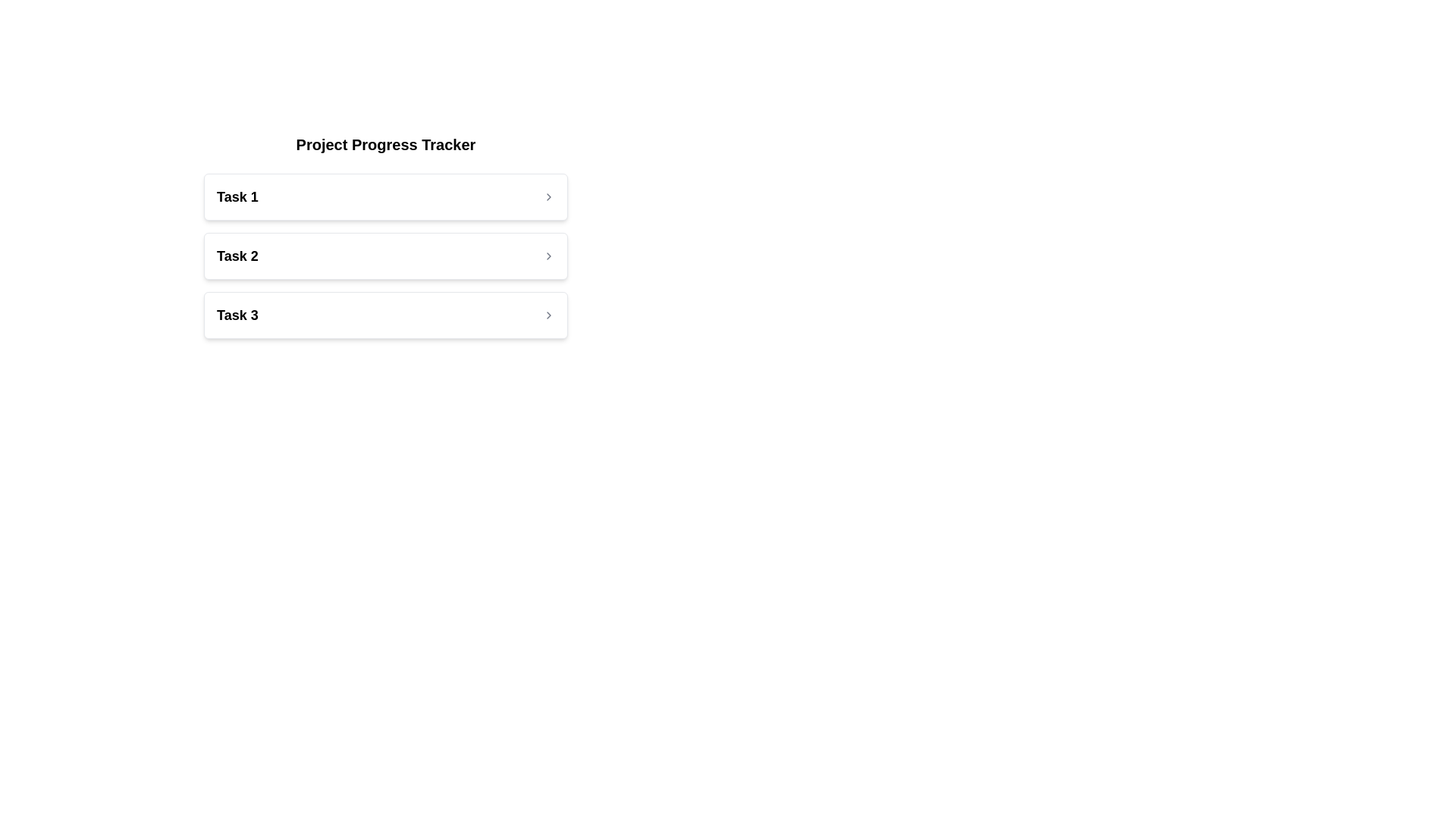 The image size is (1456, 819). Describe the element at coordinates (237, 315) in the screenshot. I see `text displayed in the Label/Title that shows 'Task 3', which is styled in bold and medium-large size, located in the third row of the task list` at that location.